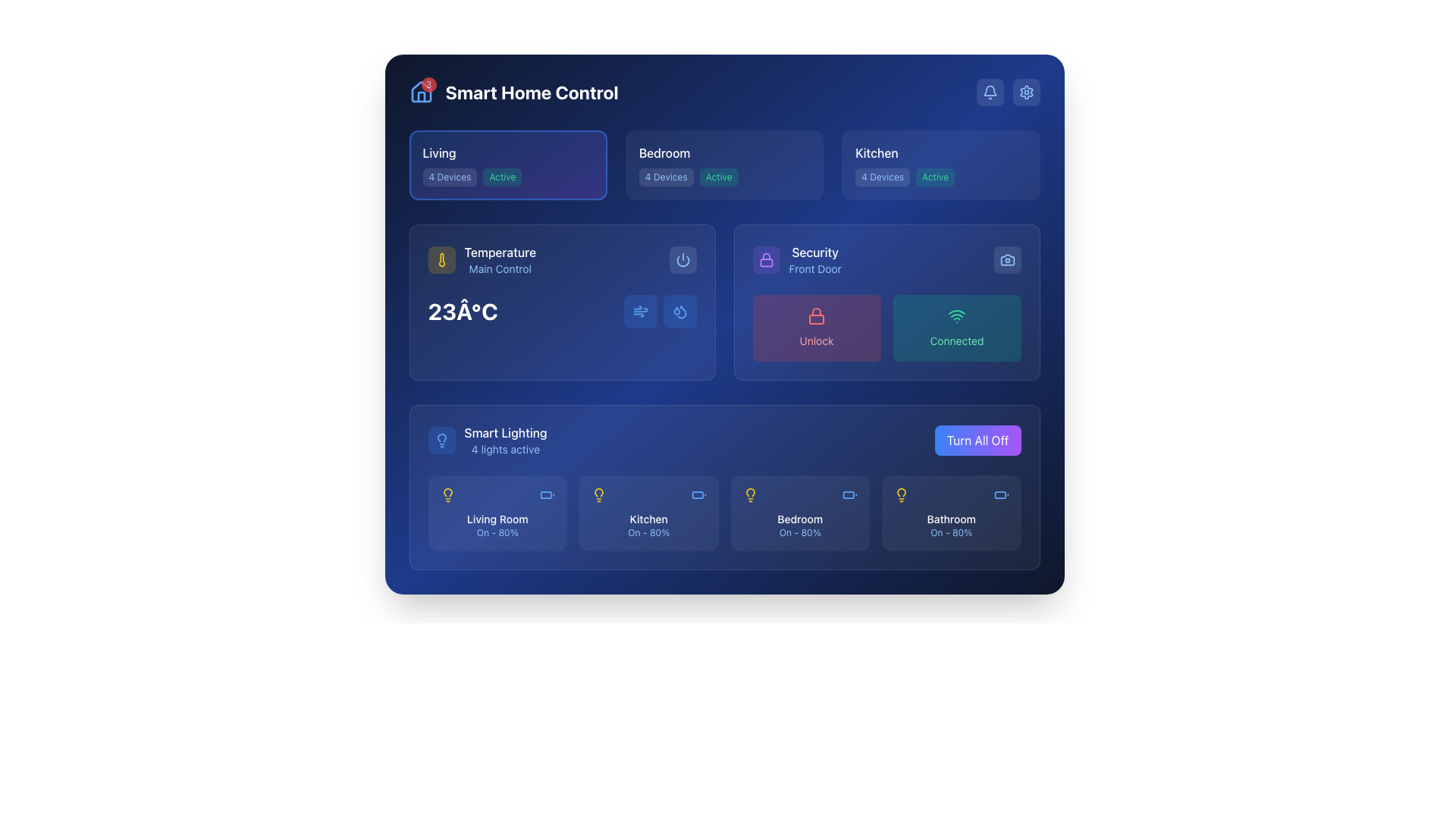 The image size is (1456, 819). What do you see at coordinates (799, 532) in the screenshot?
I see `the static text label indicating the operational state and intensity level of the 'Bedroom' light located in the 'Smart Lighting' panel, positioned below the 'Bedroom' title` at bounding box center [799, 532].